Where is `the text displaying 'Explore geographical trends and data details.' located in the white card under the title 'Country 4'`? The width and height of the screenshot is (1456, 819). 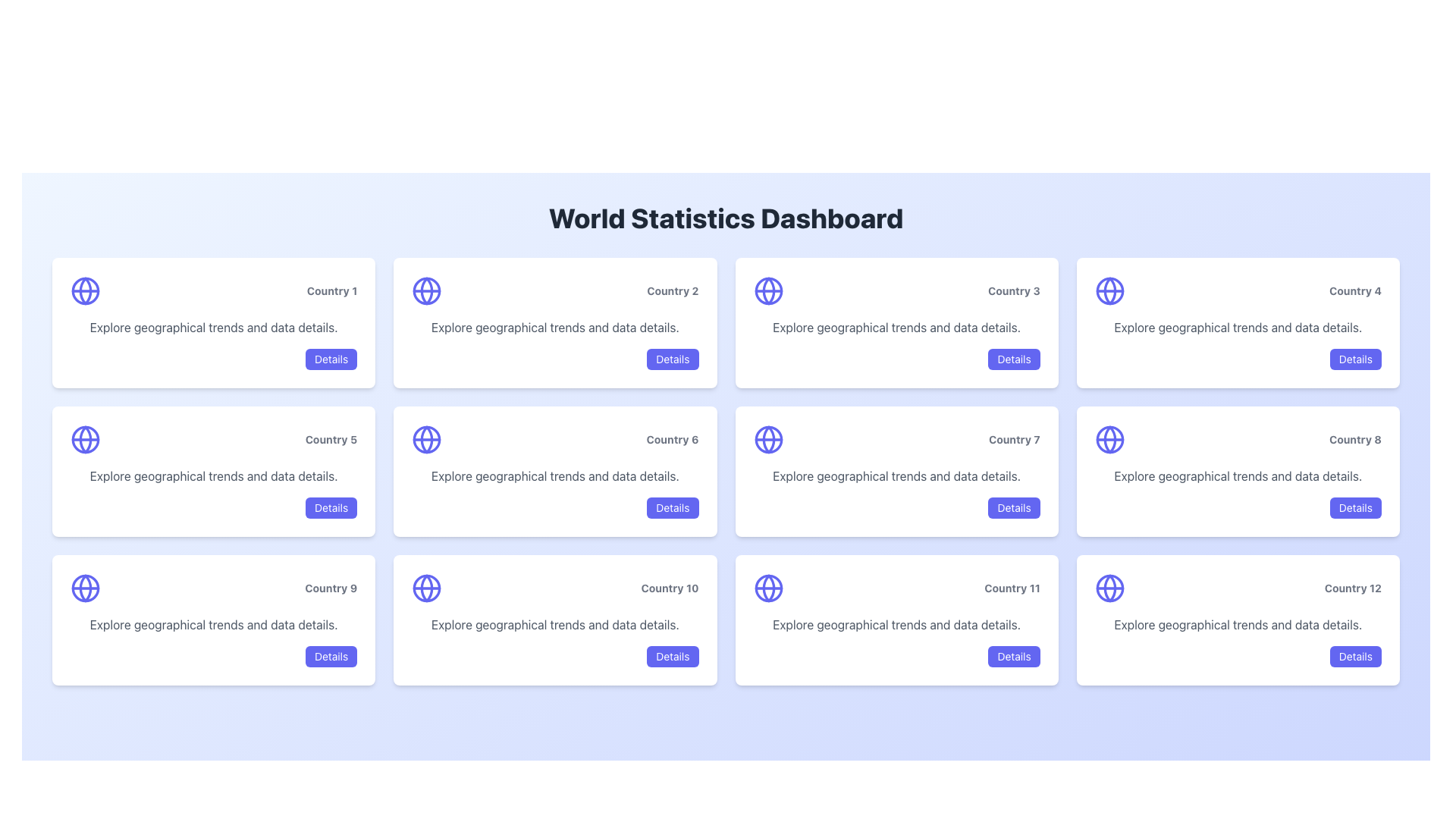
the text displaying 'Explore geographical trends and data details.' located in the white card under the title 'Country 4' is located at coordinates (1238, 327).